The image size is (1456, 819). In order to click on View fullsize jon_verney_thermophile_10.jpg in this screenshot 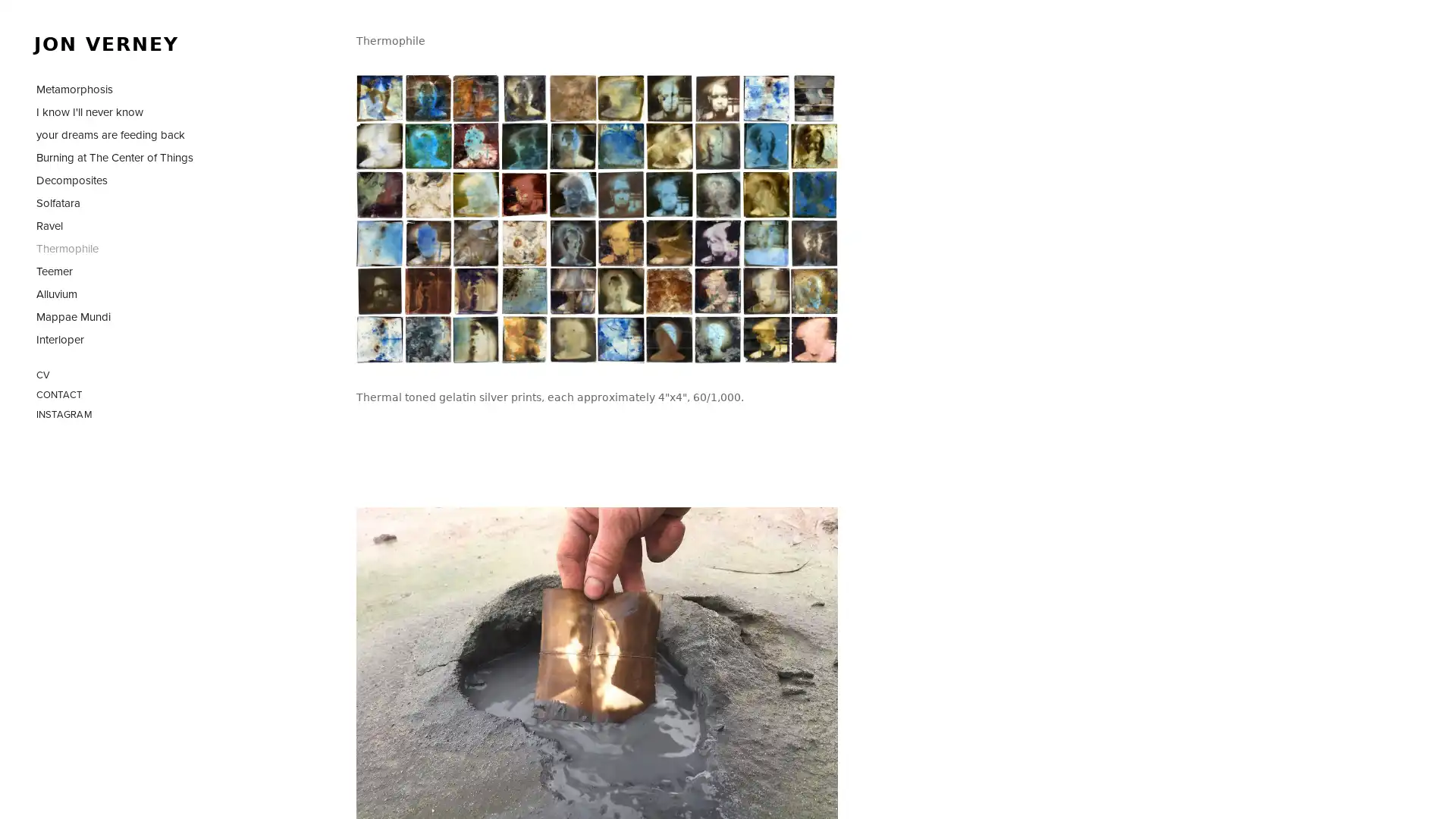, I will do `click(765, 193)`.